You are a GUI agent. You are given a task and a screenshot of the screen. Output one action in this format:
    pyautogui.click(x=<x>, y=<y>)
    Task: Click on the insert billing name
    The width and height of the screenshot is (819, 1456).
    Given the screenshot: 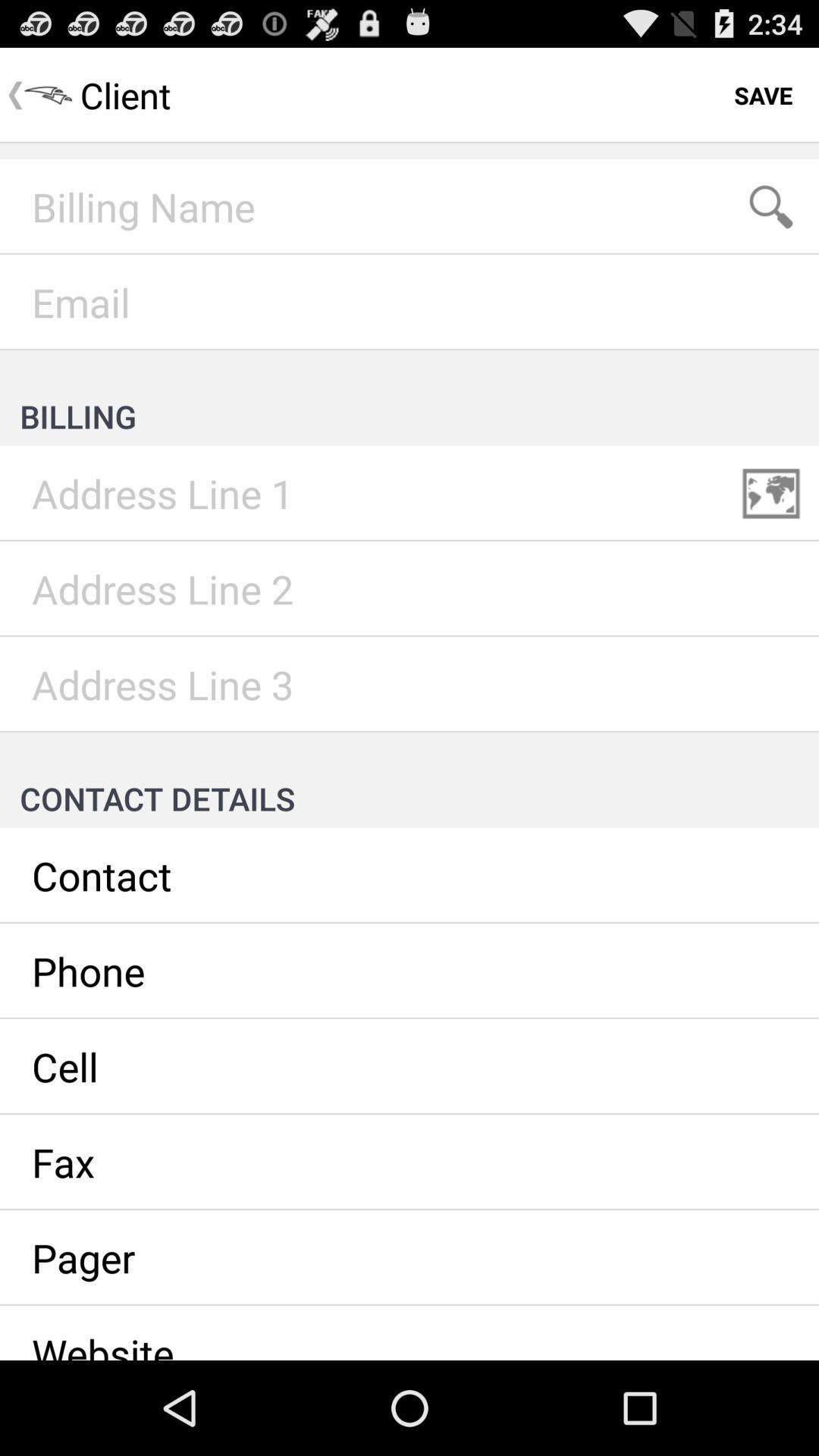 What is the action you would take?
    pyautogui.click(x=409, y=206)
    